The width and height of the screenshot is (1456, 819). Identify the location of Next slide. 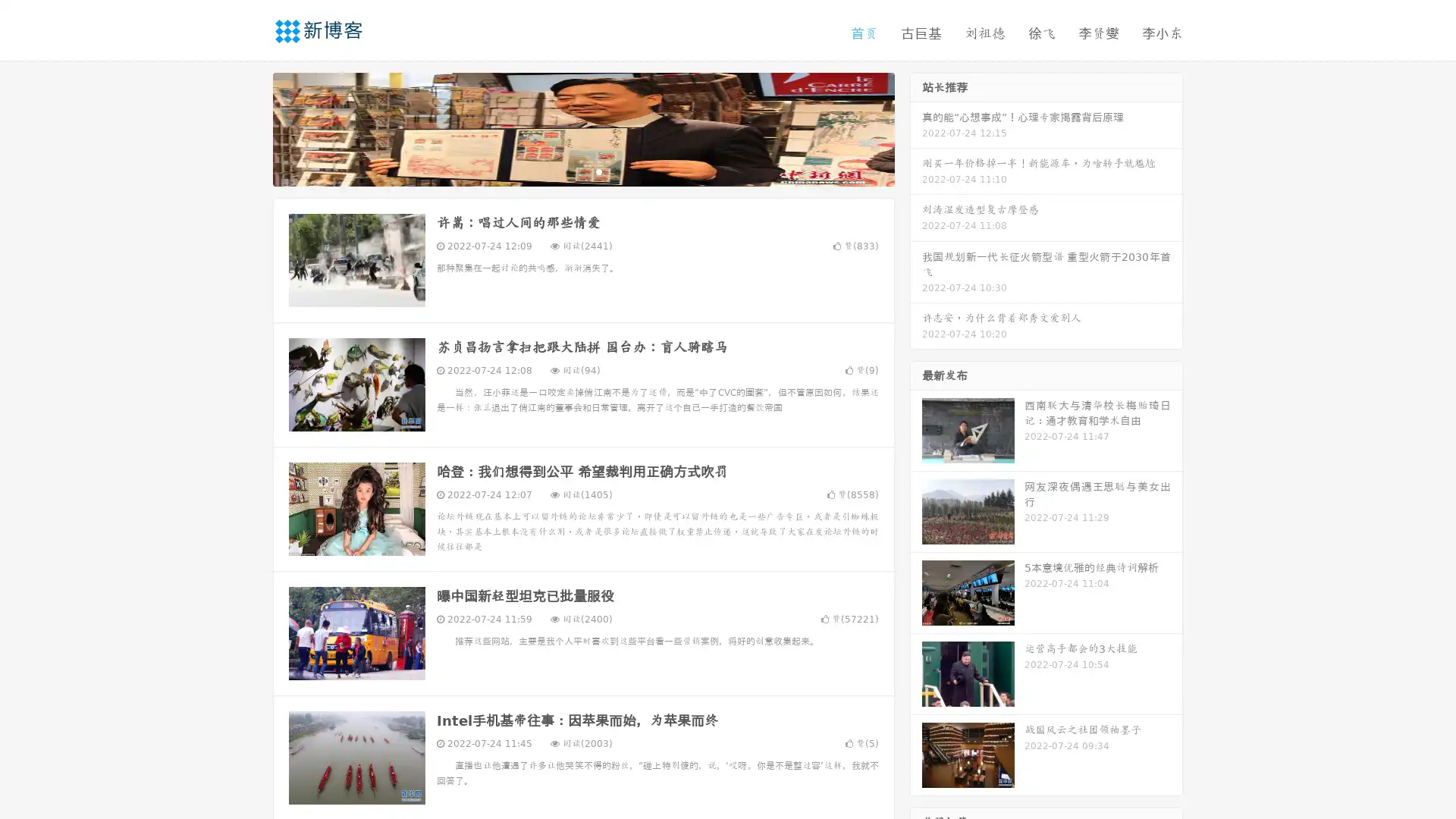
(916, 127).